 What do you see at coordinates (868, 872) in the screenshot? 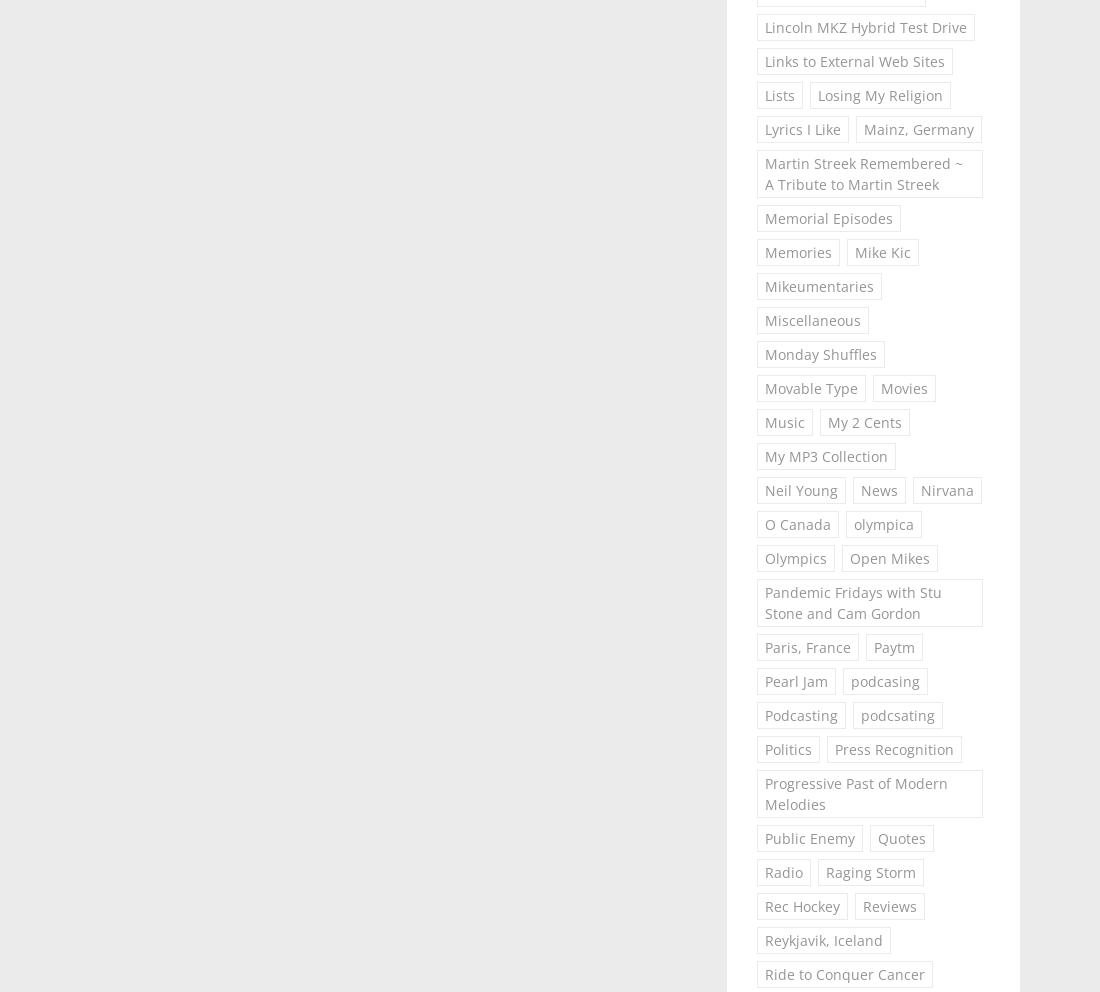
I see `'Raging Storm'` at bounding box center [868, 872].